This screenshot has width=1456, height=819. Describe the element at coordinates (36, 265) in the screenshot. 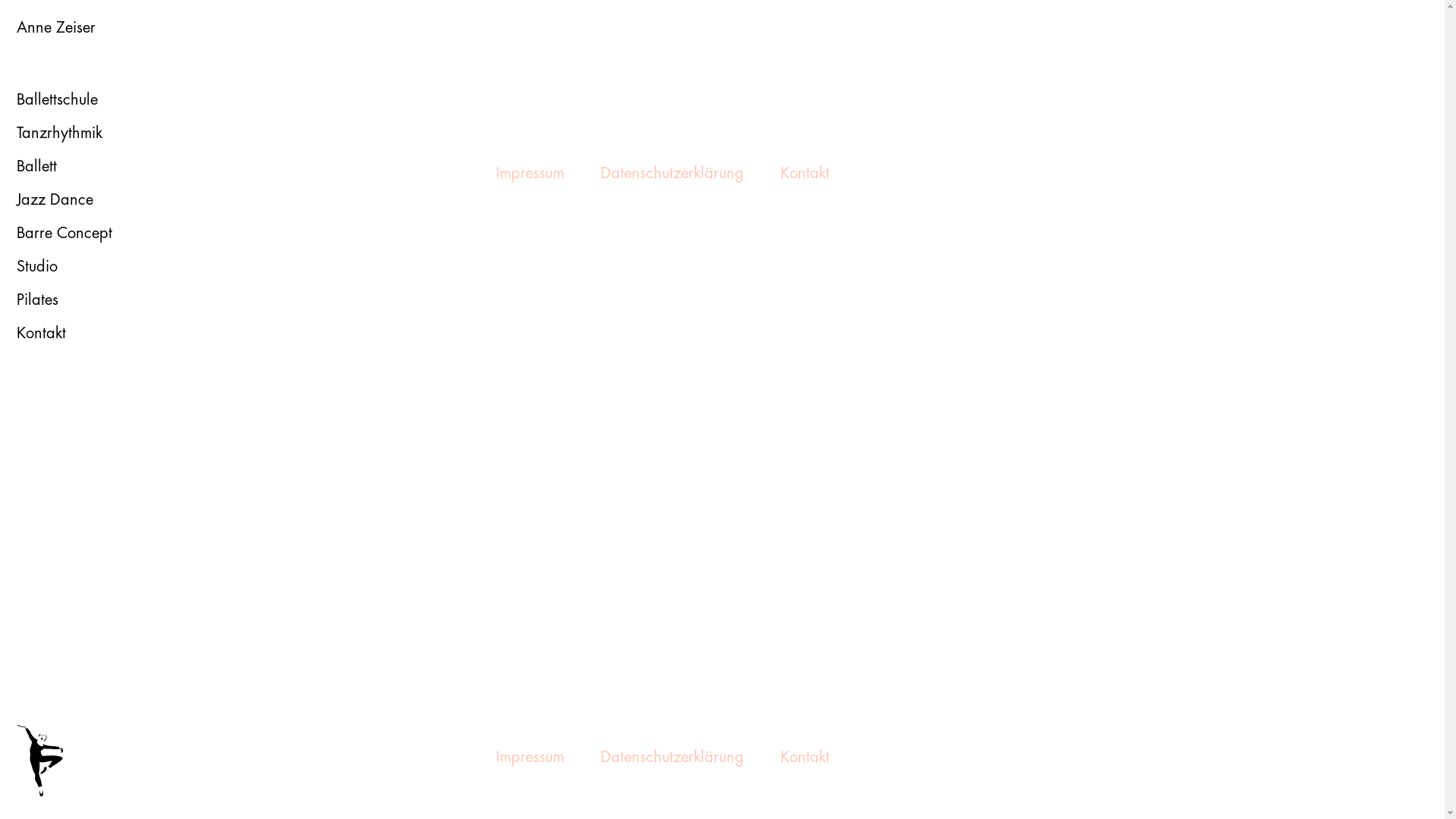

I see `'Studio'` at that location.